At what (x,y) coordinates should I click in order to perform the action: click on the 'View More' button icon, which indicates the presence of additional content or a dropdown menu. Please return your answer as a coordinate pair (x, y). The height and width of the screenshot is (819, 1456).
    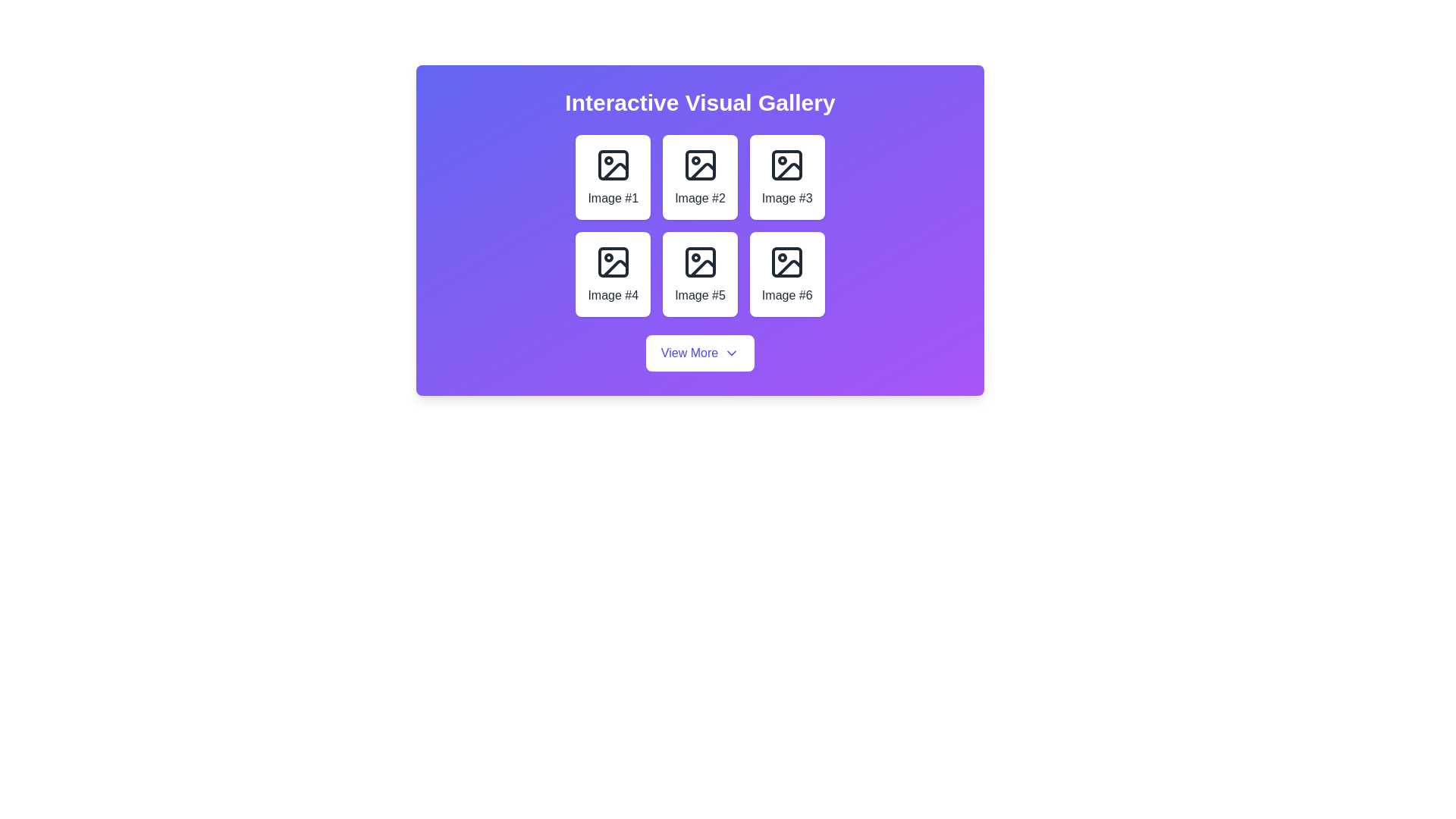
    Looking at the image, I should click on (732, 353).